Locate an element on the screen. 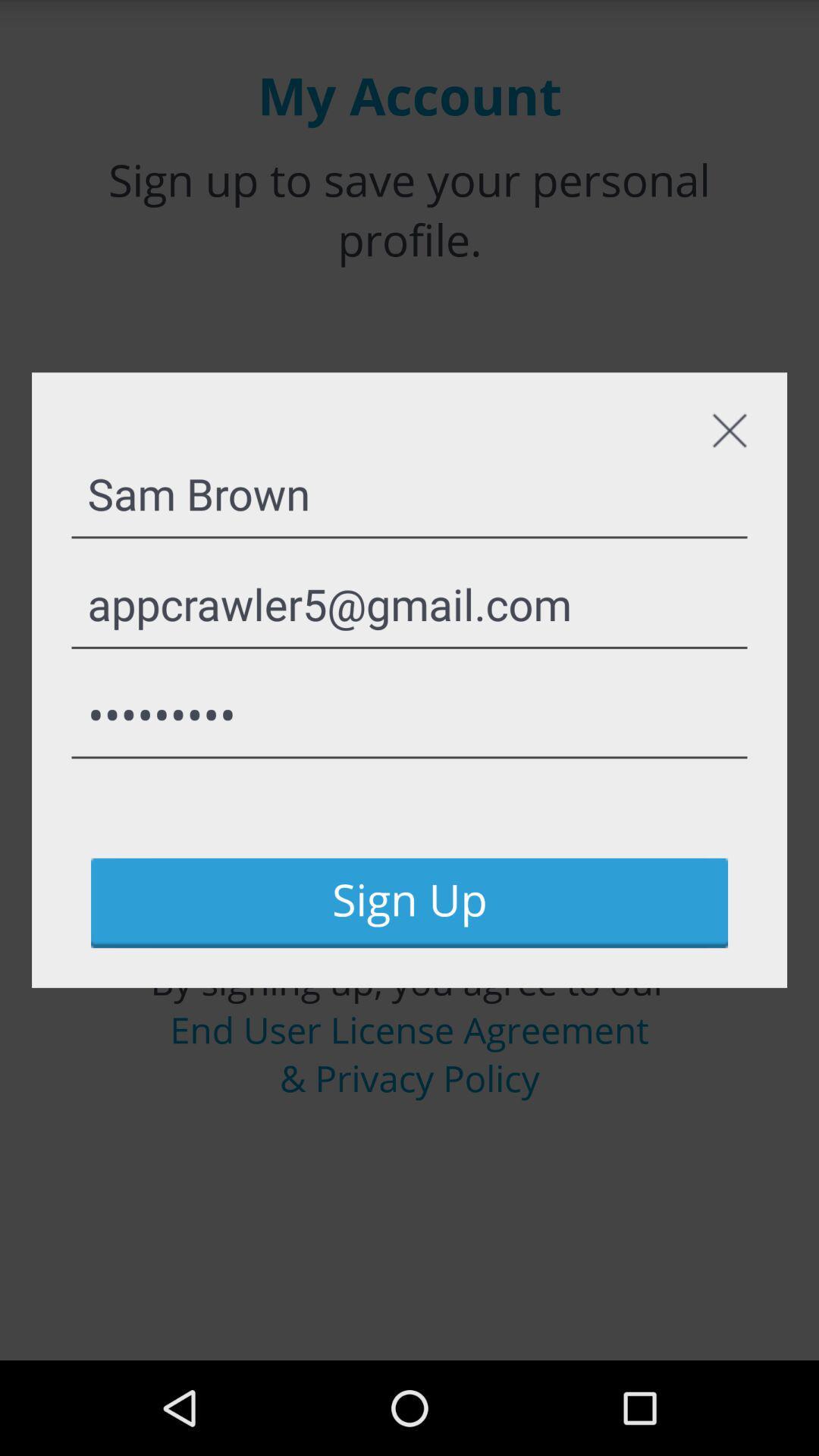 The height and width of the screenshot is (1456, 819). the close icon is located at coordinates (728, 460).